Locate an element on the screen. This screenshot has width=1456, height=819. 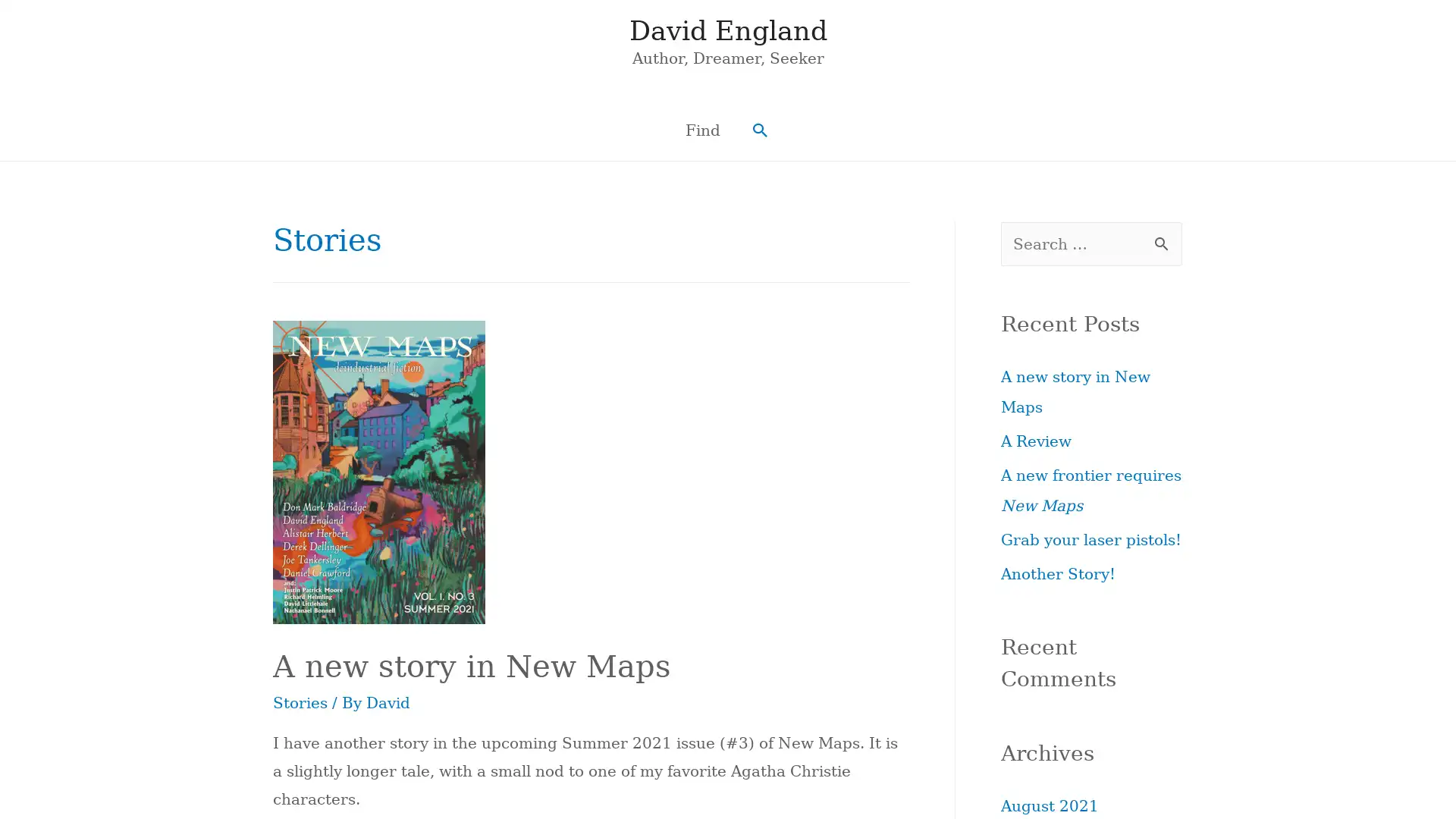
Search is located at coordinates (1164, 245).